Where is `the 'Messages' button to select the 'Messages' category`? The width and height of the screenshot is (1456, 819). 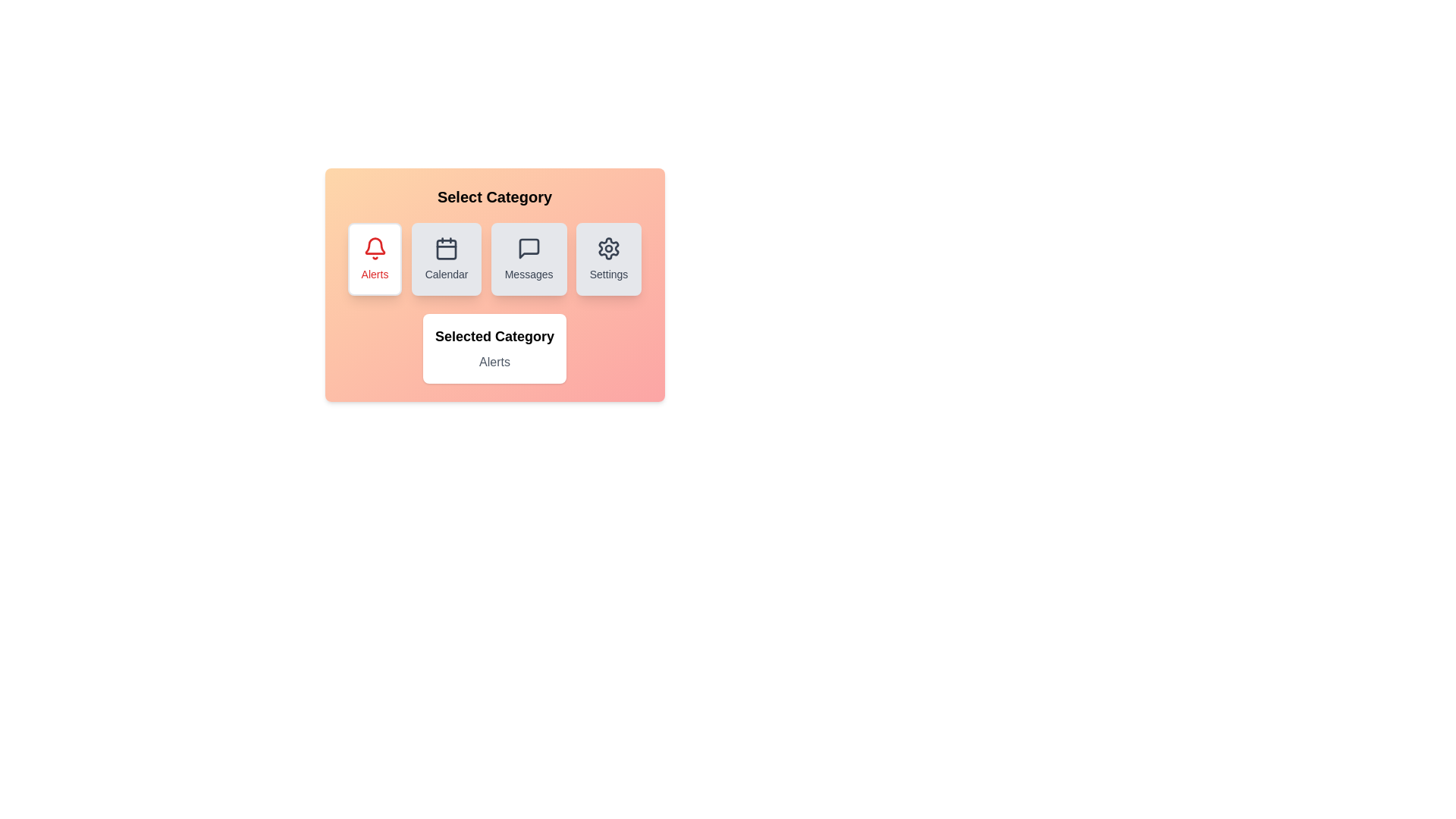
the 'Messages' button to select the 'Messages' category is located at coordinates (529, 259).